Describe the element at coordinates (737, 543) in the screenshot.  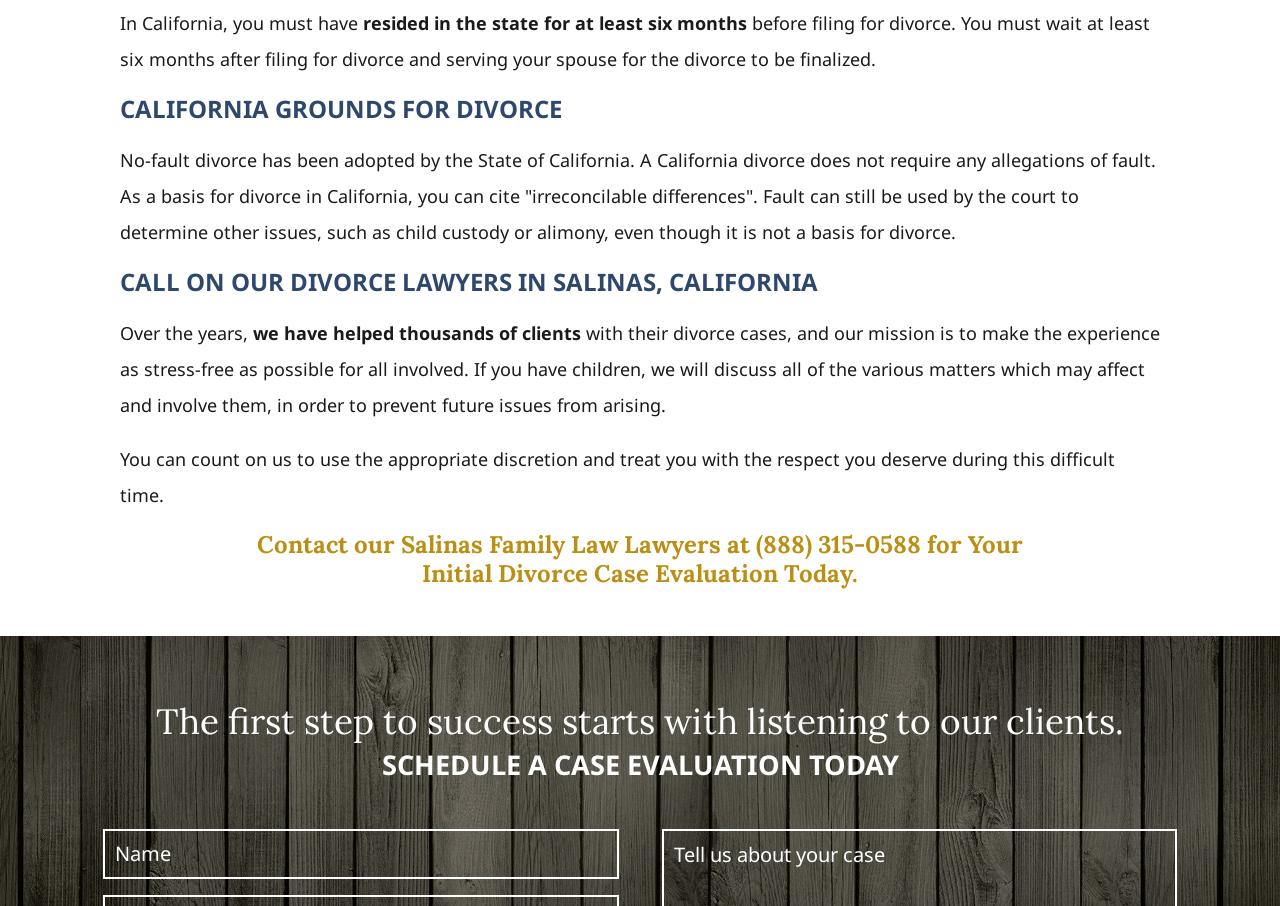
I see `'at'` at that location.